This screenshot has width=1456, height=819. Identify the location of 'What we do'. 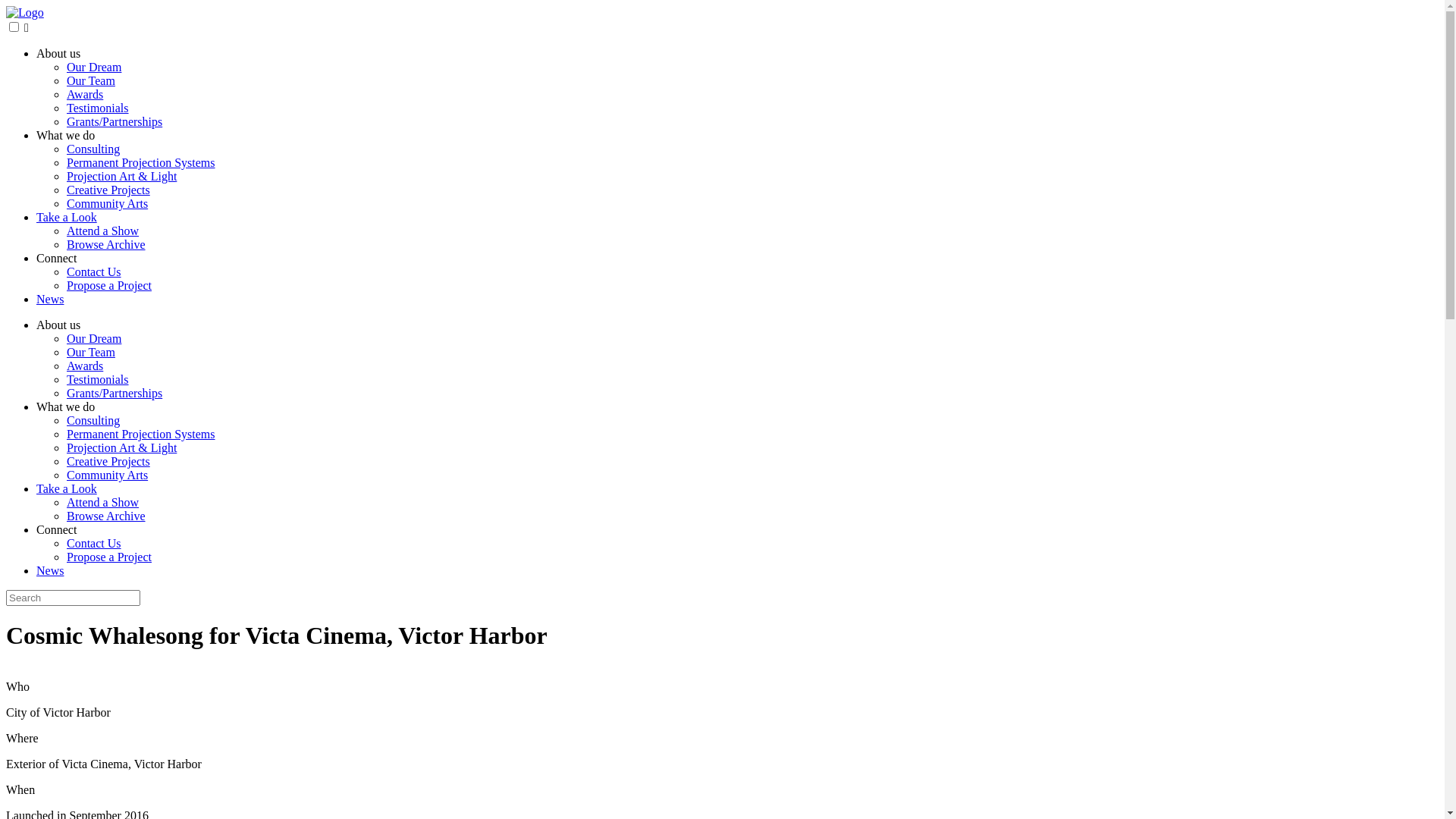
(64, 134).